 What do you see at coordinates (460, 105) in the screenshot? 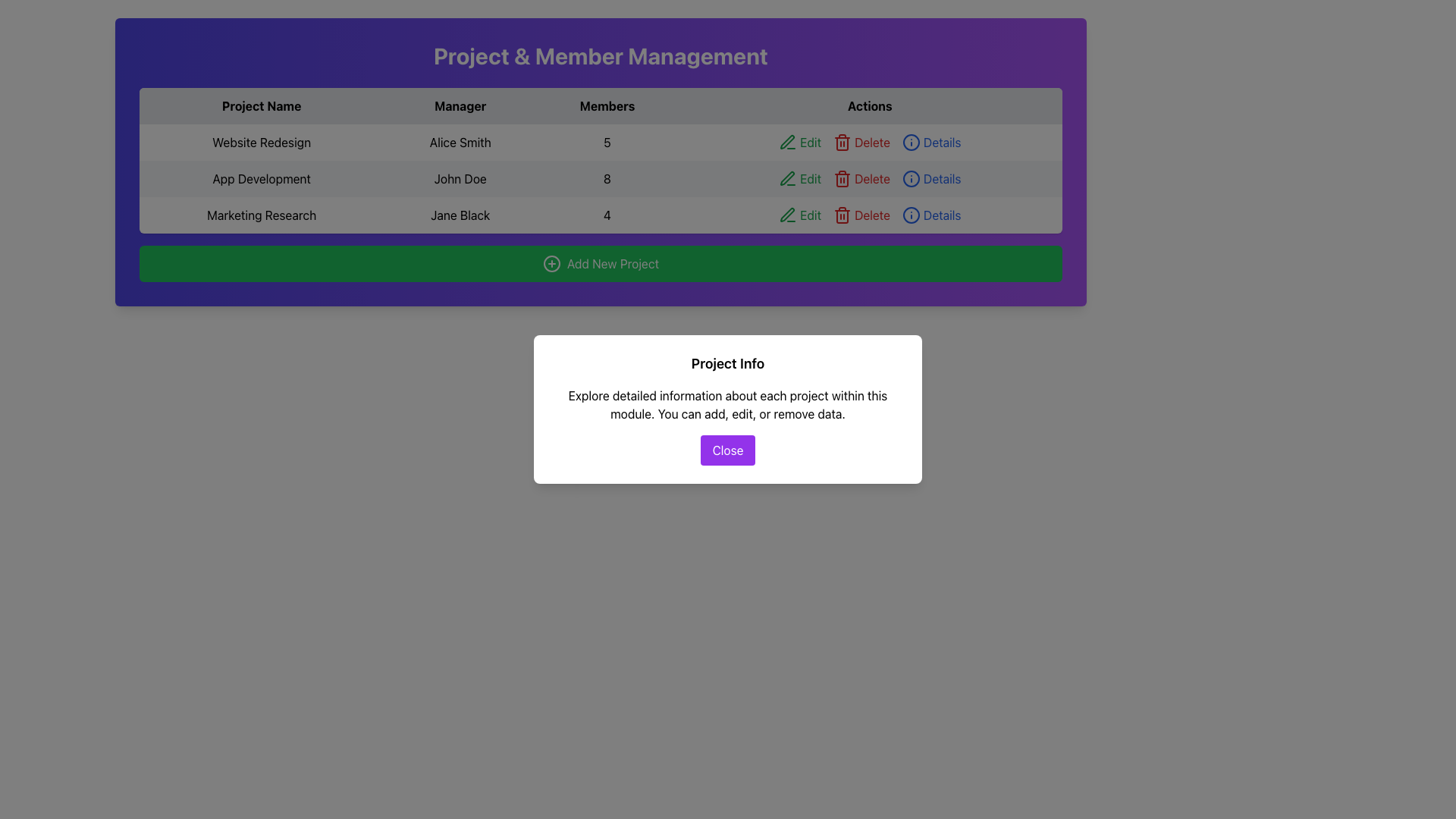
I see `the header label indicating project managers, which is the second item in a header row, positioned between 'Project Name' and 'Members'` at bounding box center [460, 105].